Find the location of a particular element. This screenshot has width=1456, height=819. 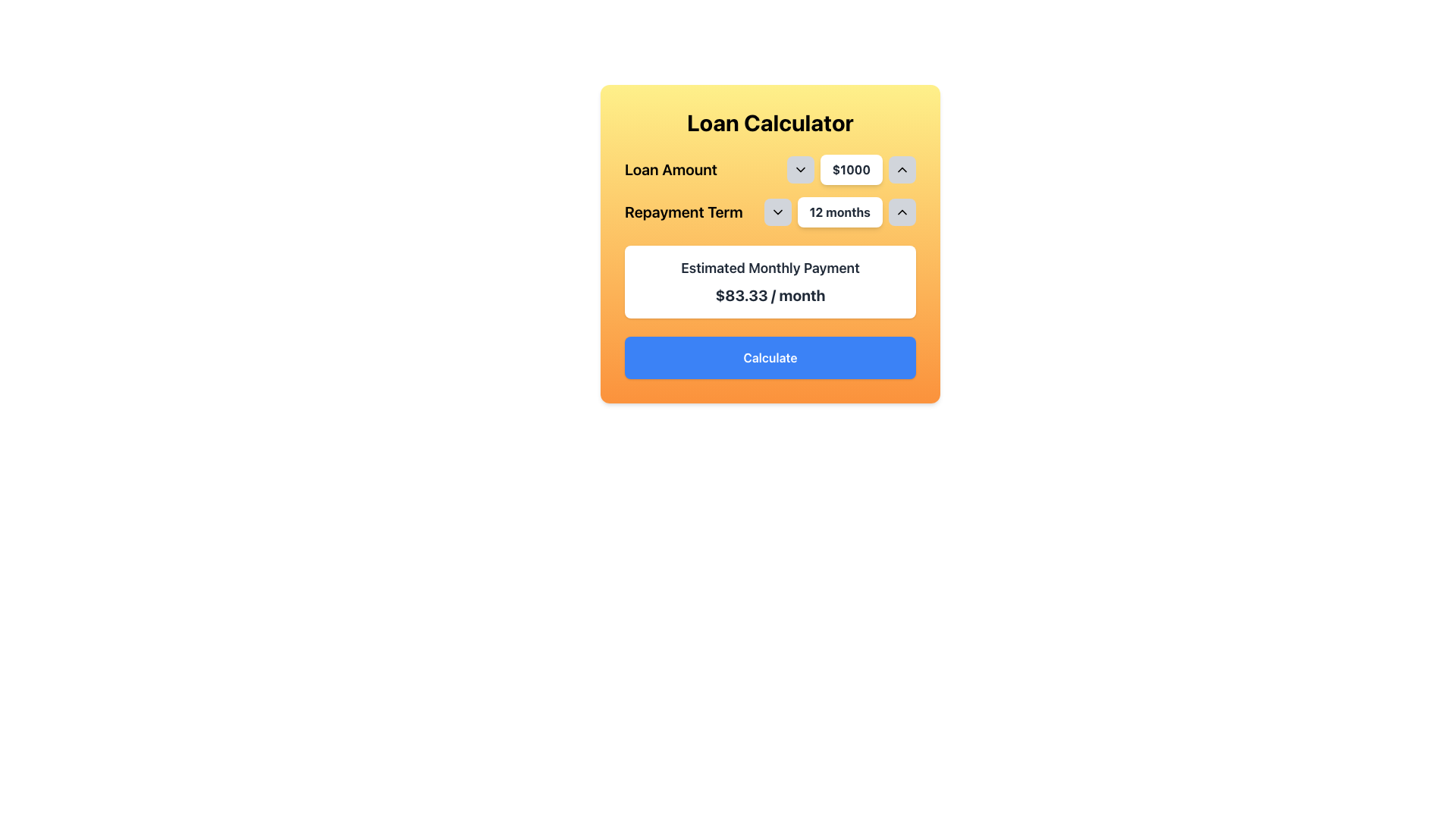

the text display box that shows the selected loan amount, which is located within the 'Loan Calculator' section and has a yellow-orange gradient background is located at coordinates (851, 169).